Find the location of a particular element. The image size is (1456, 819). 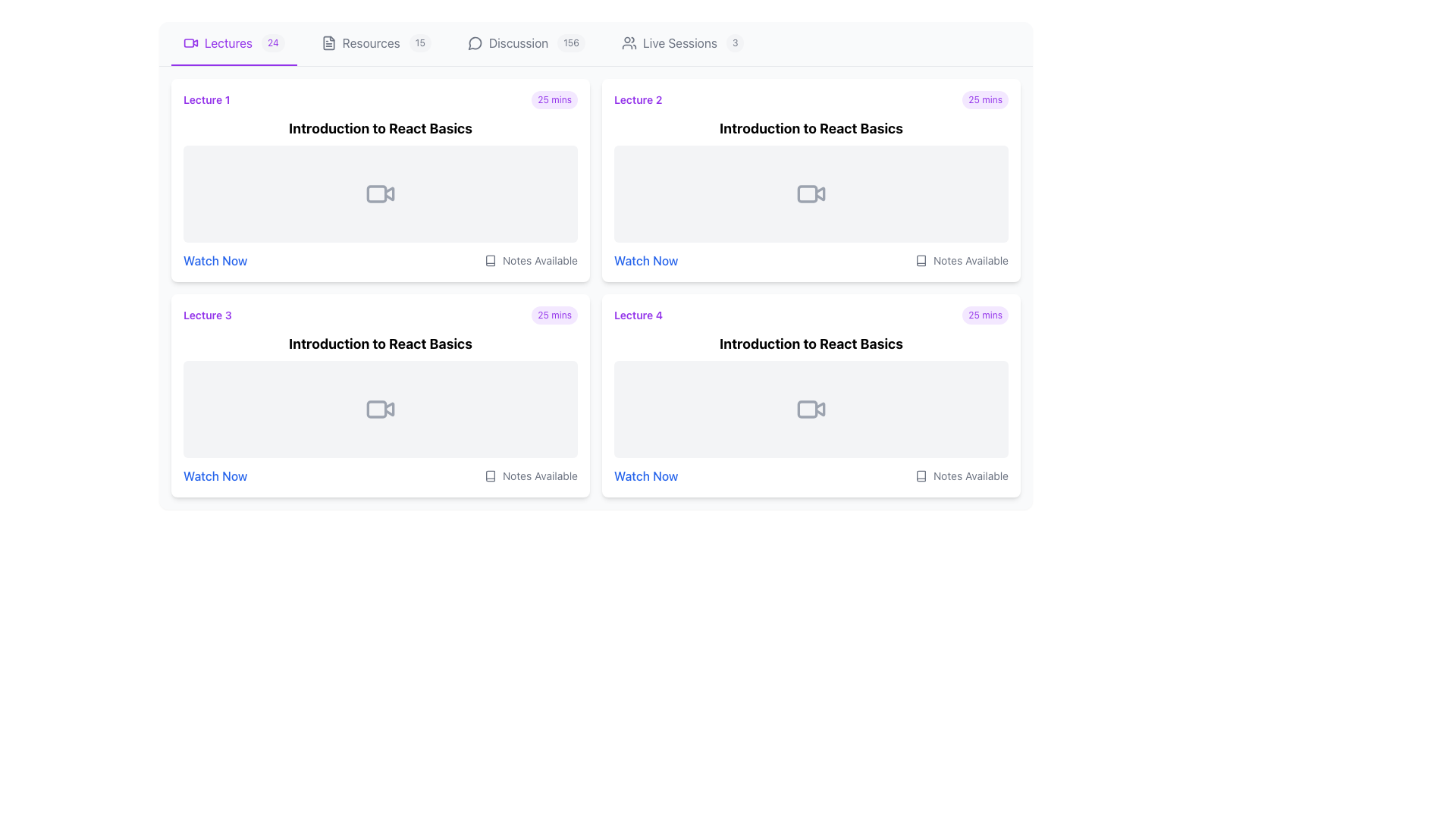

the 'Lectures' text label, which is displayed in a bold purple font and is part of the primary navigation bar at the top left of the interface is located at coordinates (227, 42).